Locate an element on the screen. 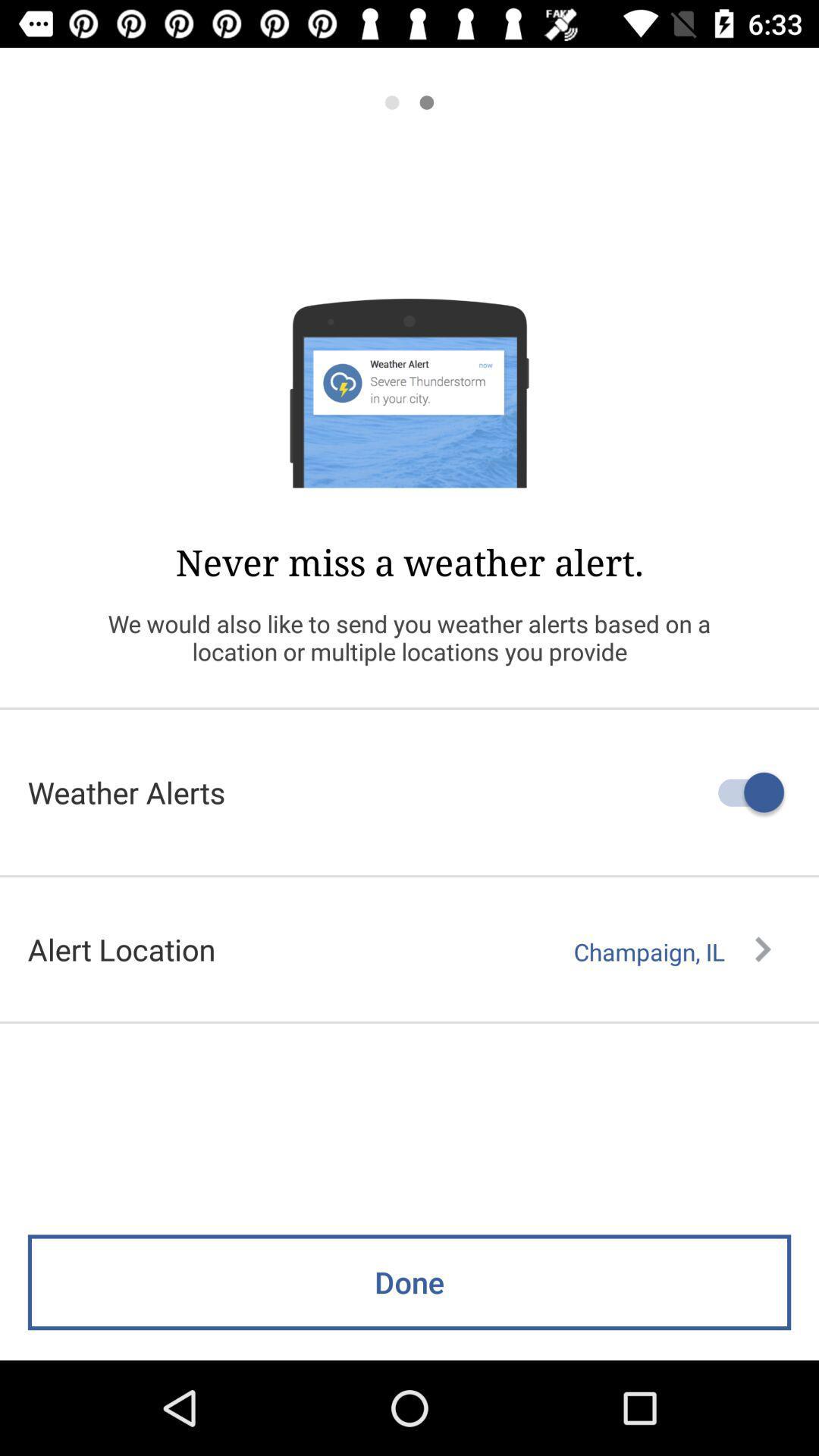  icon to the right of alert location is located at coordinates (671, 951).